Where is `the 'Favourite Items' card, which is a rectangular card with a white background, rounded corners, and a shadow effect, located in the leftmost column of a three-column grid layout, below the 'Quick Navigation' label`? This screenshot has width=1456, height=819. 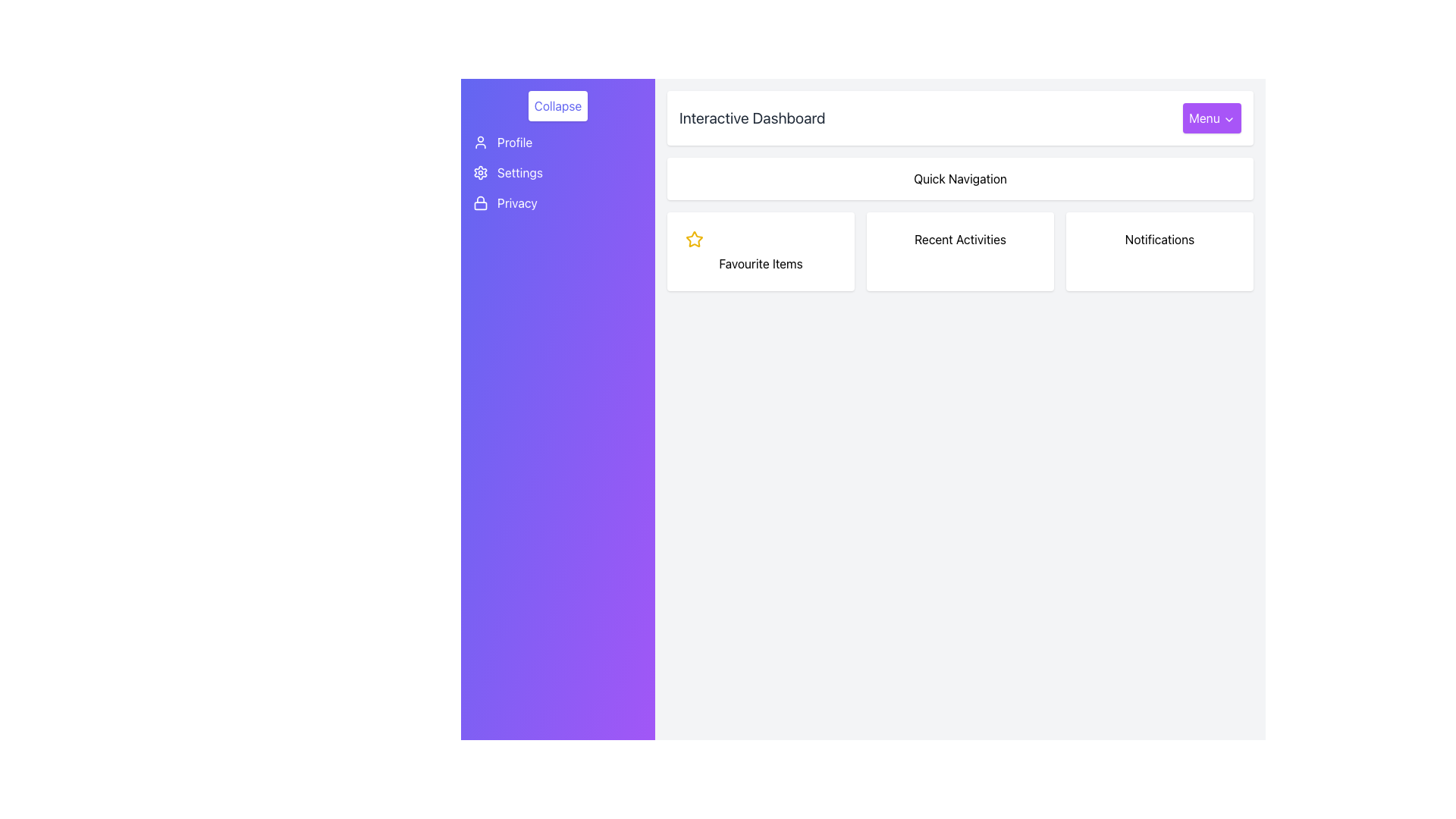
the 'Favourite Items' card, which is a rectangular card with a white background, rounded corners, and a shadow effect, located in the leftmost column of a three-column grid layout, below the 'Quick Navigation' label is located at coordinates (761, 250).